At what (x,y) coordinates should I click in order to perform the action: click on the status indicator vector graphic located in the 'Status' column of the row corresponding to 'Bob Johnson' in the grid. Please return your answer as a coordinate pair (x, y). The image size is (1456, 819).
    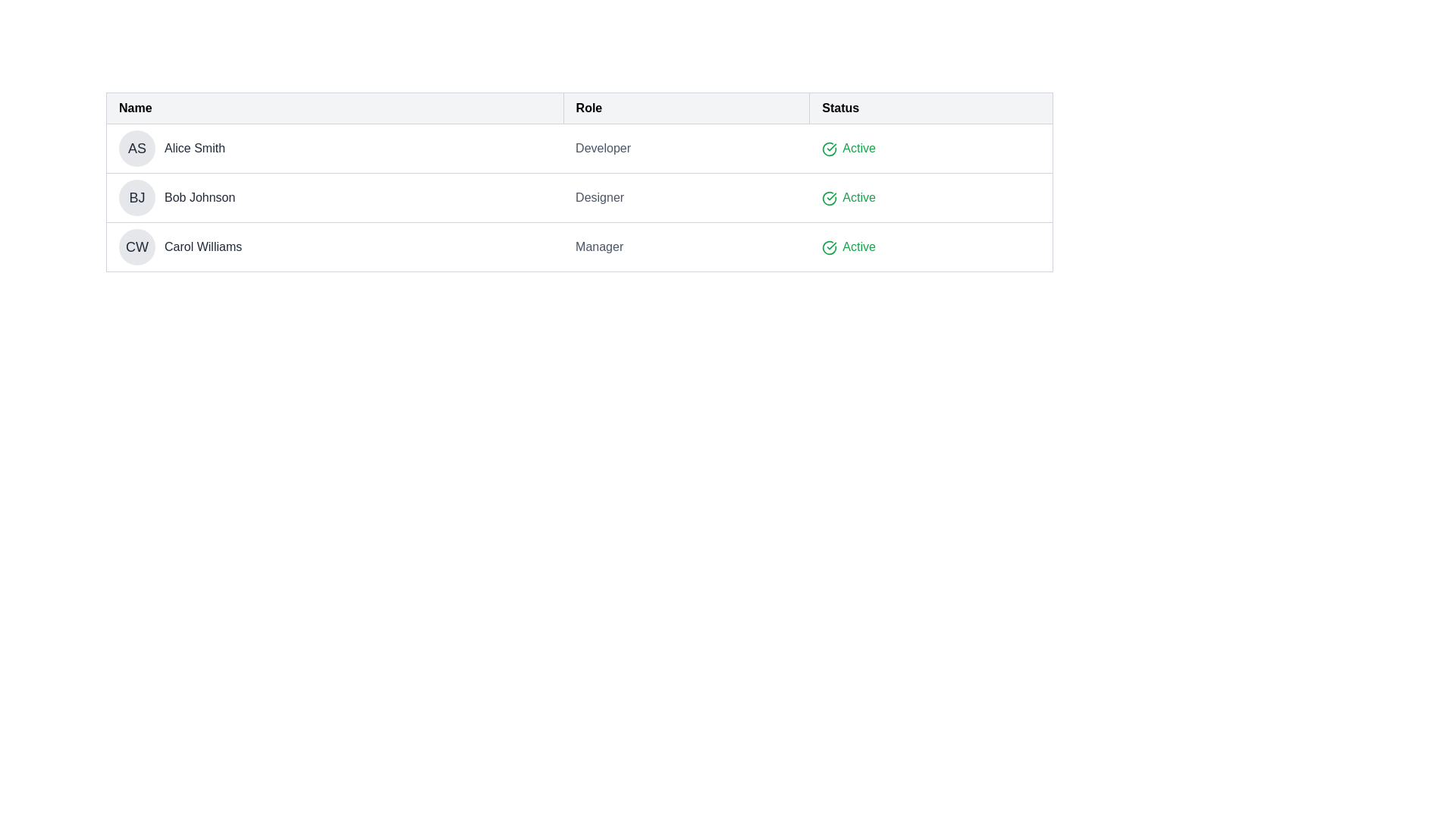
    Looking at the image, I should click on (828, 197).